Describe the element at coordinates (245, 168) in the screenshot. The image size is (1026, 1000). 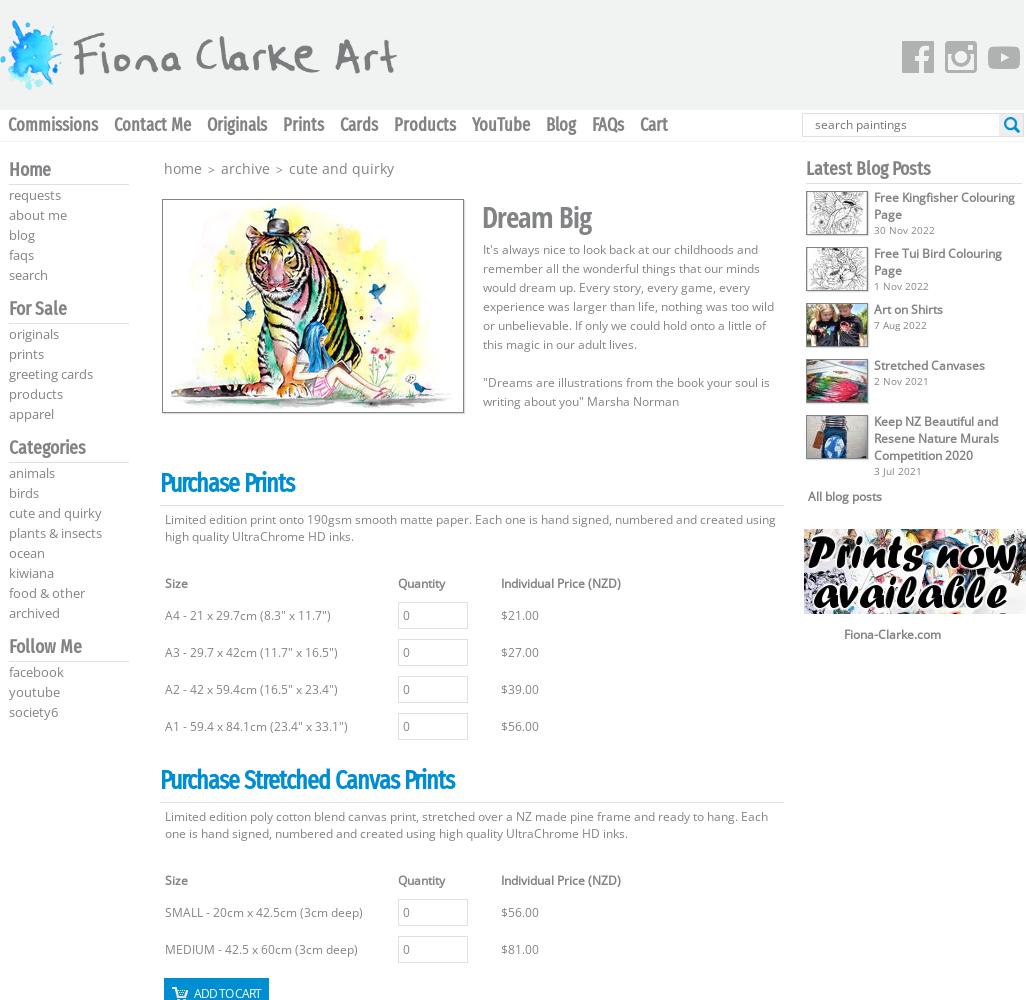
I see `'archive'` at that location.